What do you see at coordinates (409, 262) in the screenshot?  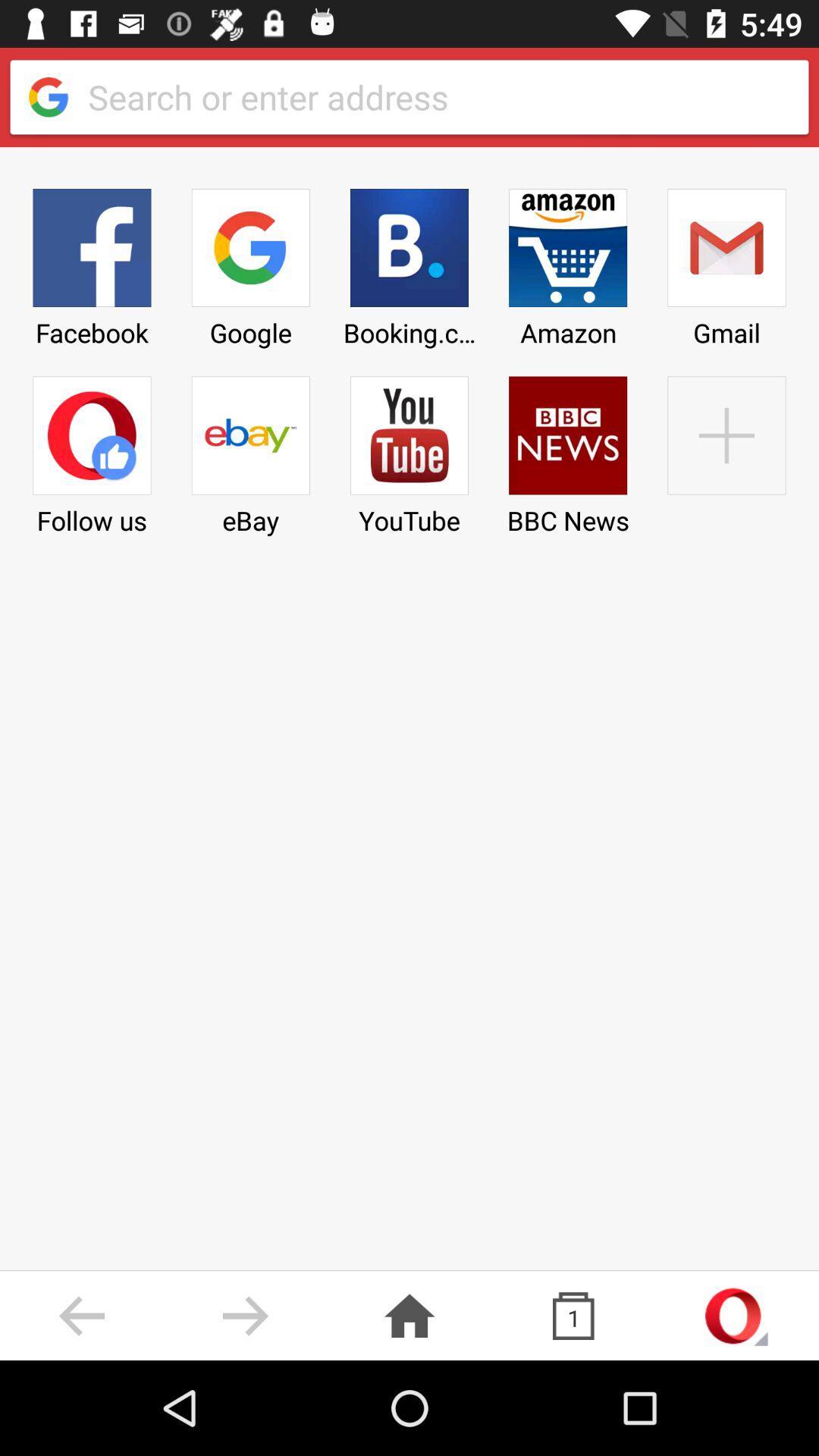 I see `the item next to the google item` at bounding box center [409, 262].